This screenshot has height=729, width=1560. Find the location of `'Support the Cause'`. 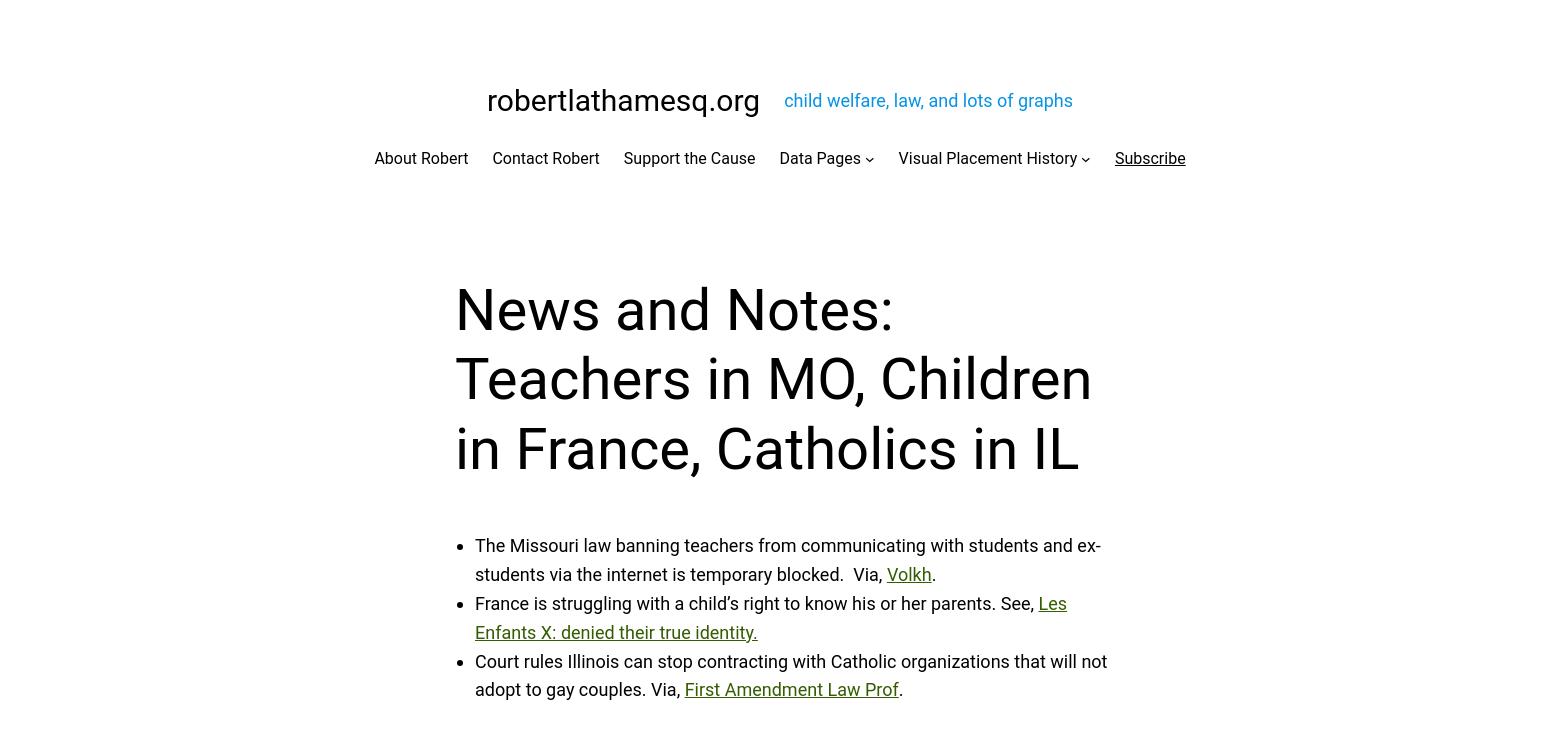

'Support the Cause' is located at coordinates (688, 157).